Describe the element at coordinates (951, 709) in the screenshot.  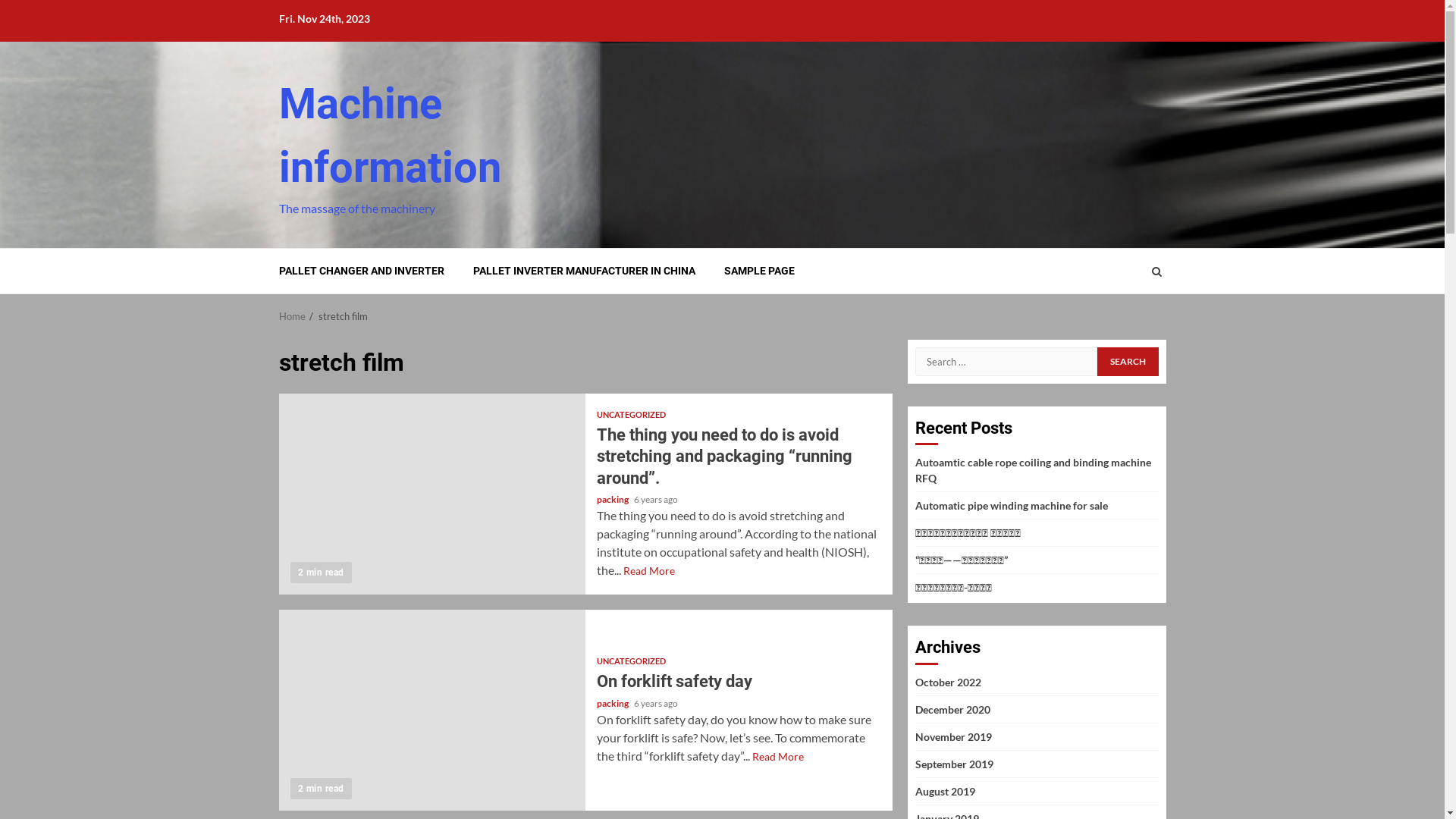
I see `'December 2020'` at that location.